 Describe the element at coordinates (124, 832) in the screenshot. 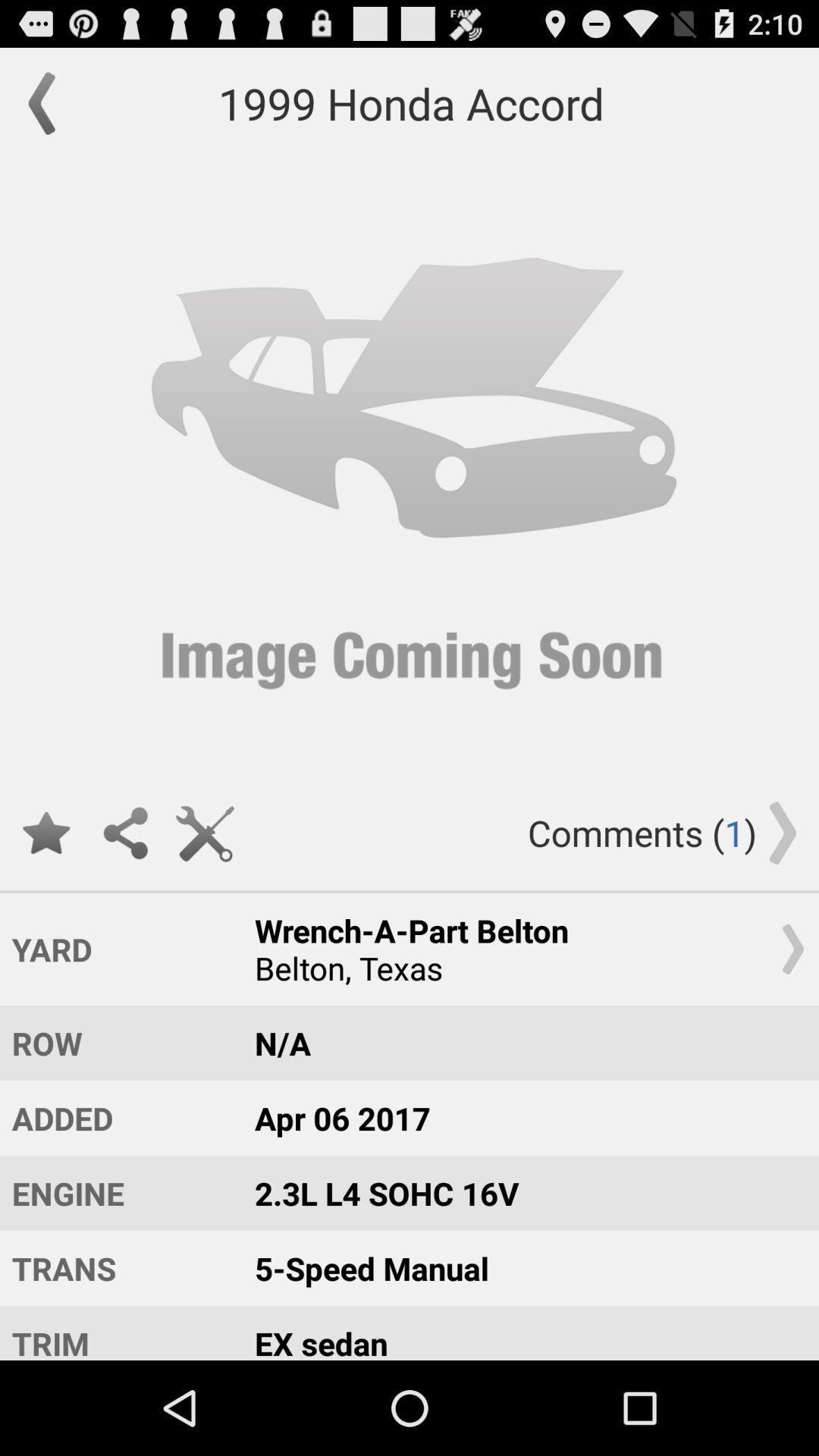

I see `share listing` at that location.